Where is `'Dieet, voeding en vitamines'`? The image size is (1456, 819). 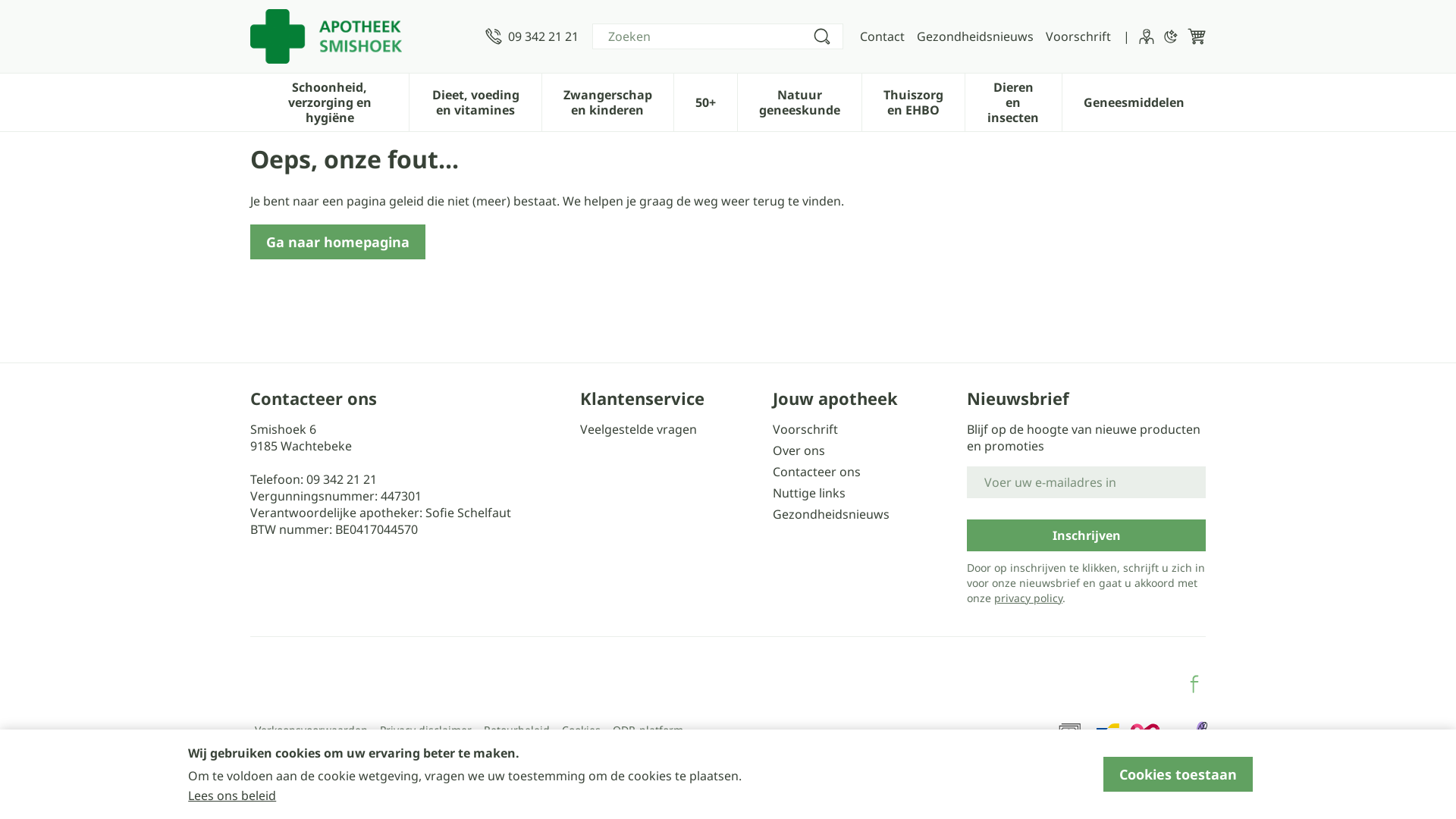 'Dieet, voeding en vitamines' is located at coordinates (474, 100).